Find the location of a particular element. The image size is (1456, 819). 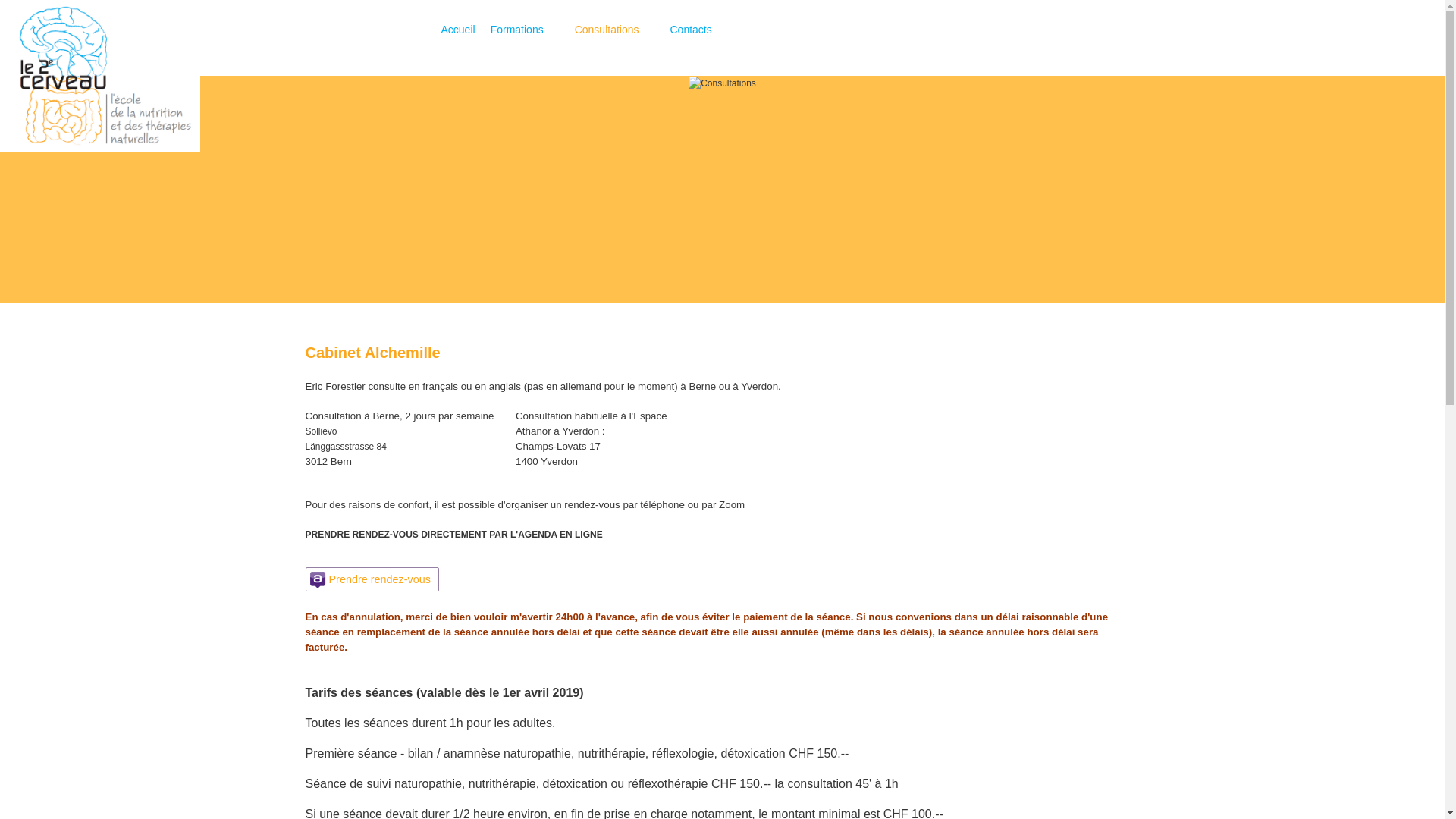

'Prendre rendez-vous' is located at coordinates (371, 579).